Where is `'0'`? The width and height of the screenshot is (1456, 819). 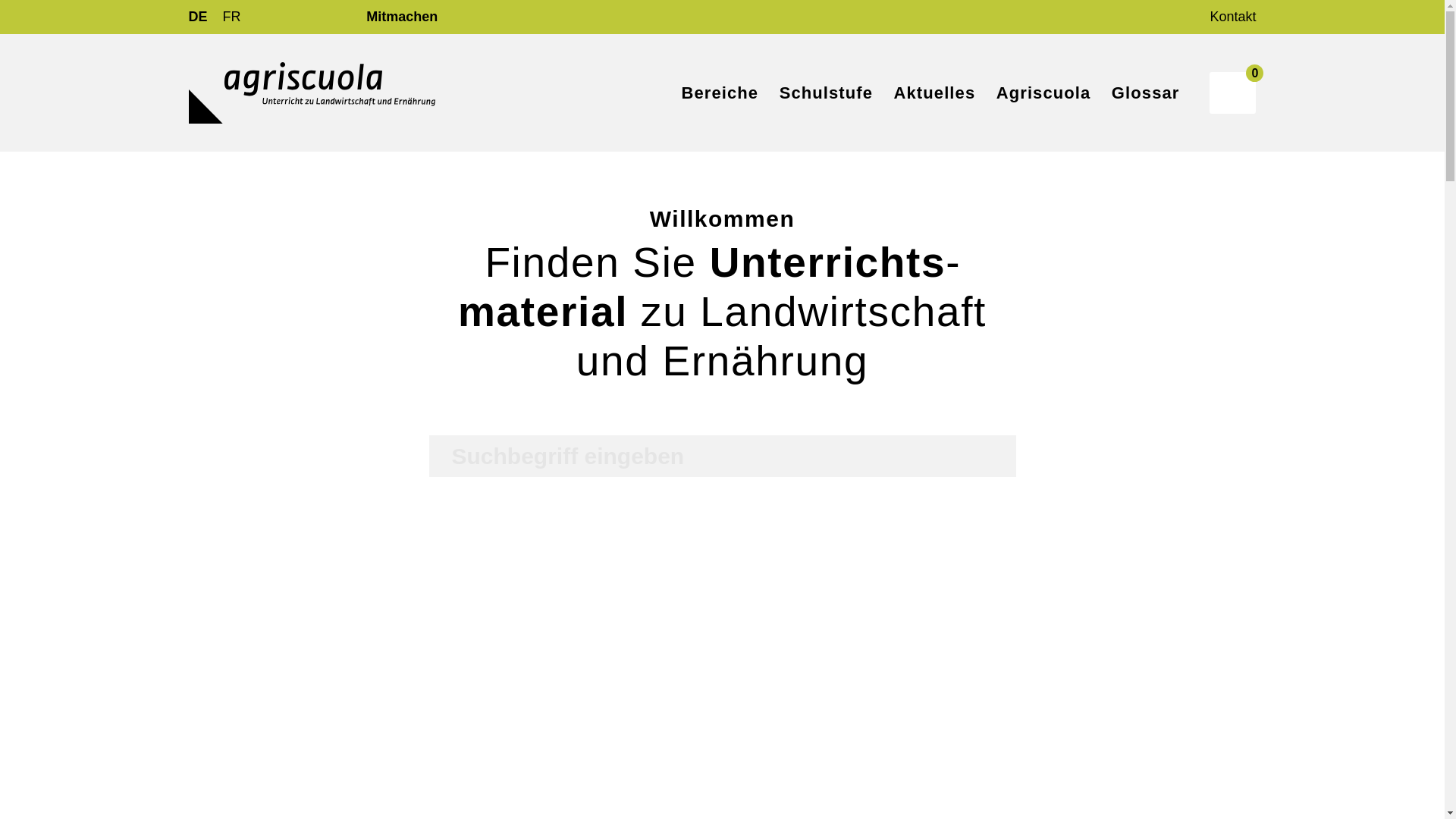
'0' is located at coordinates (1232, 93).